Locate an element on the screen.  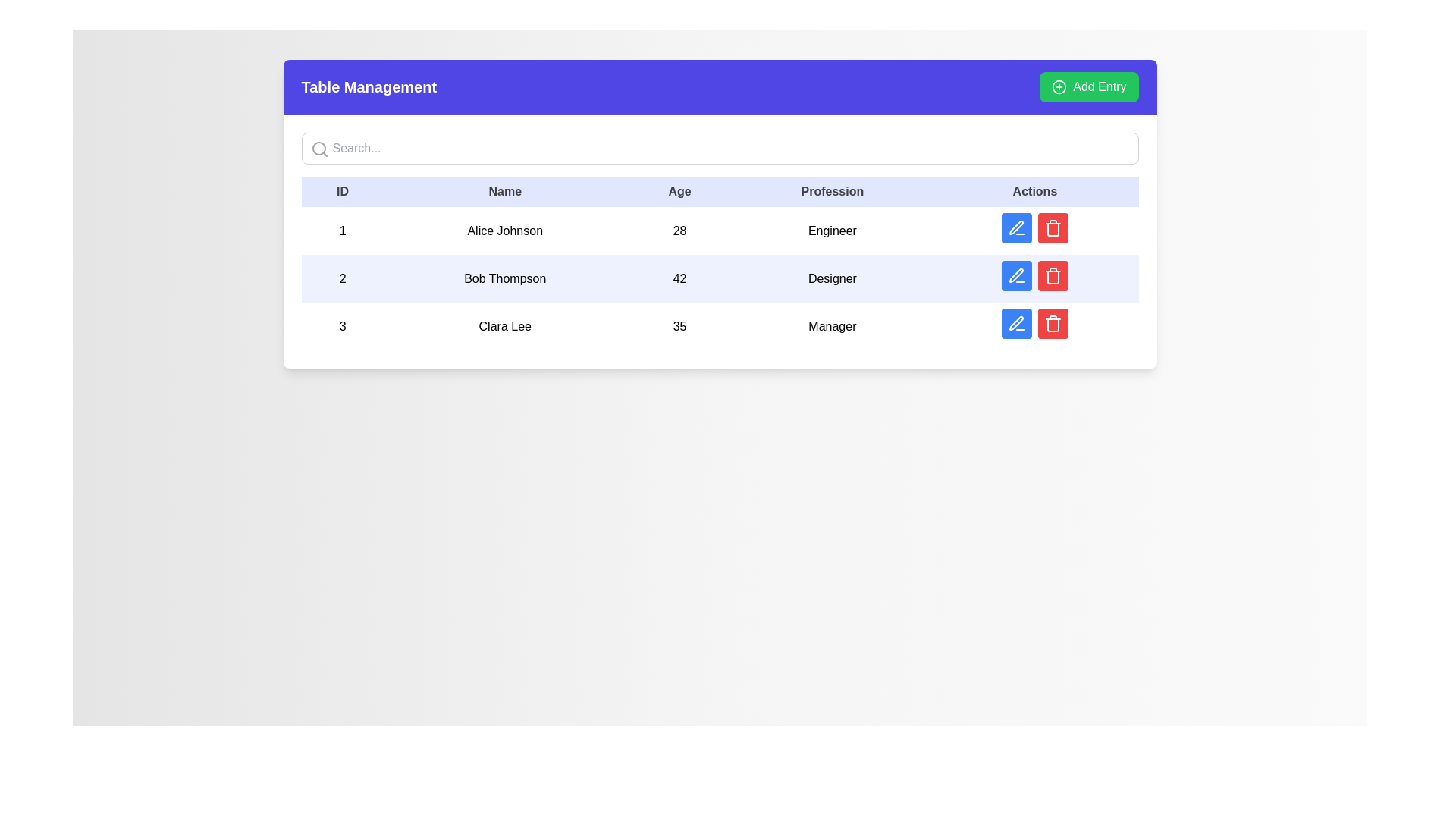
the blue button with a white pen icon in the 'Actions' column for the row associated with 'Bob Thompson' to initiate editing is located at coordinates (1034, 278).